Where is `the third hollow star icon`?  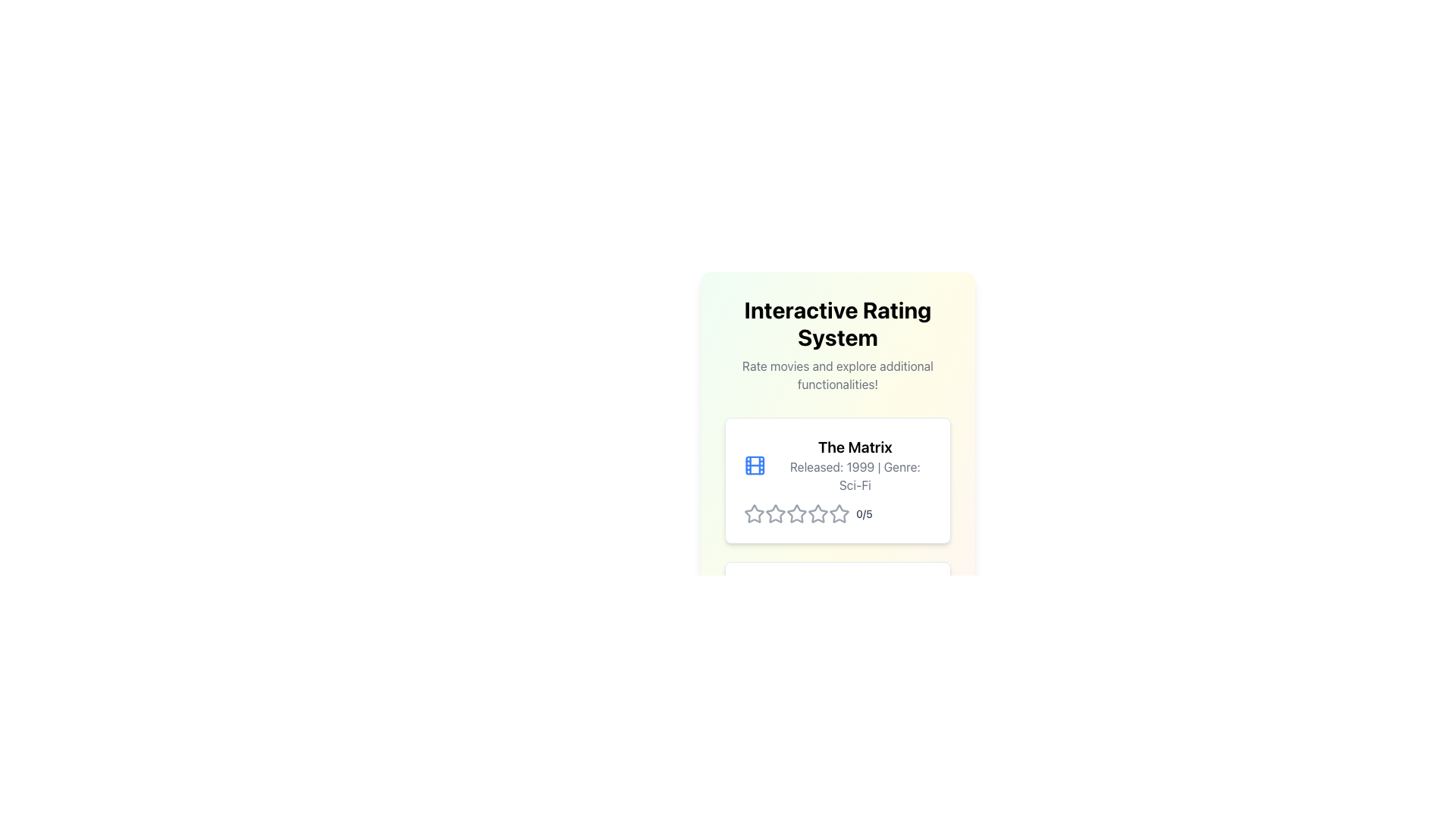 the third hollow star icon is located at coordinates (796, 513).